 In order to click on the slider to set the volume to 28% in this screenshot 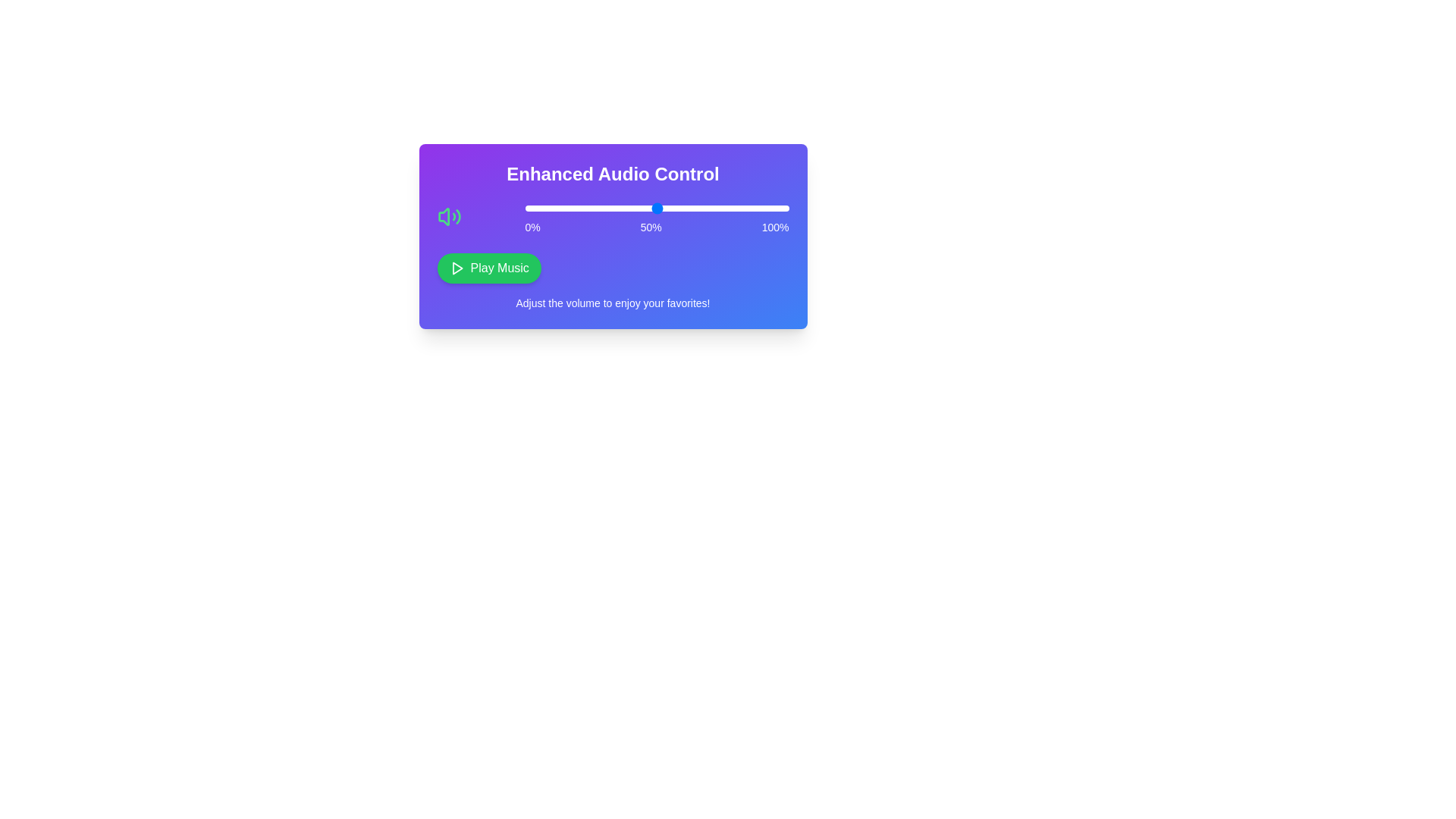, I will do `click(598, 208)`.